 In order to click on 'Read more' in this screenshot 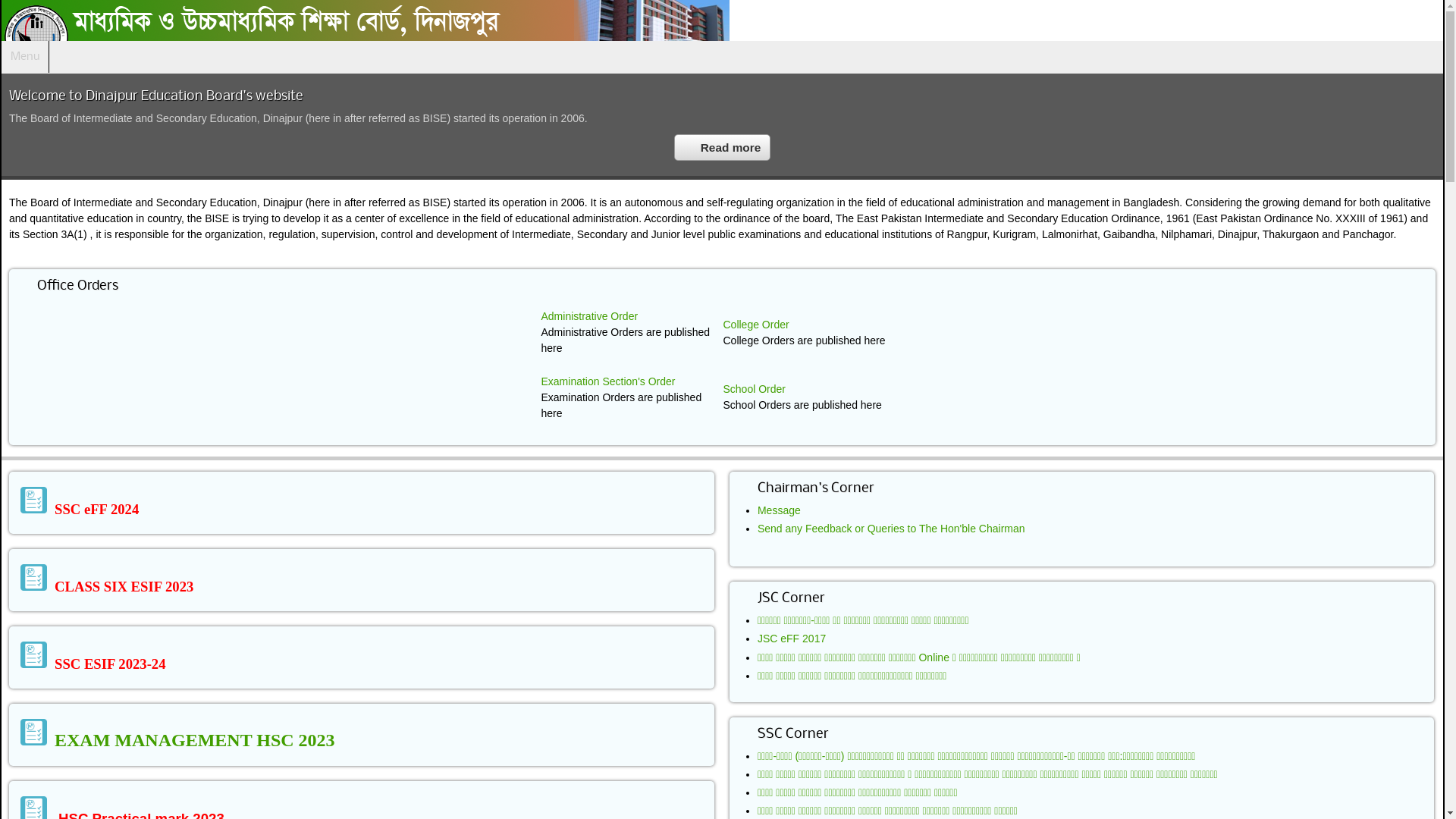, I will do `click(722, 147)`.